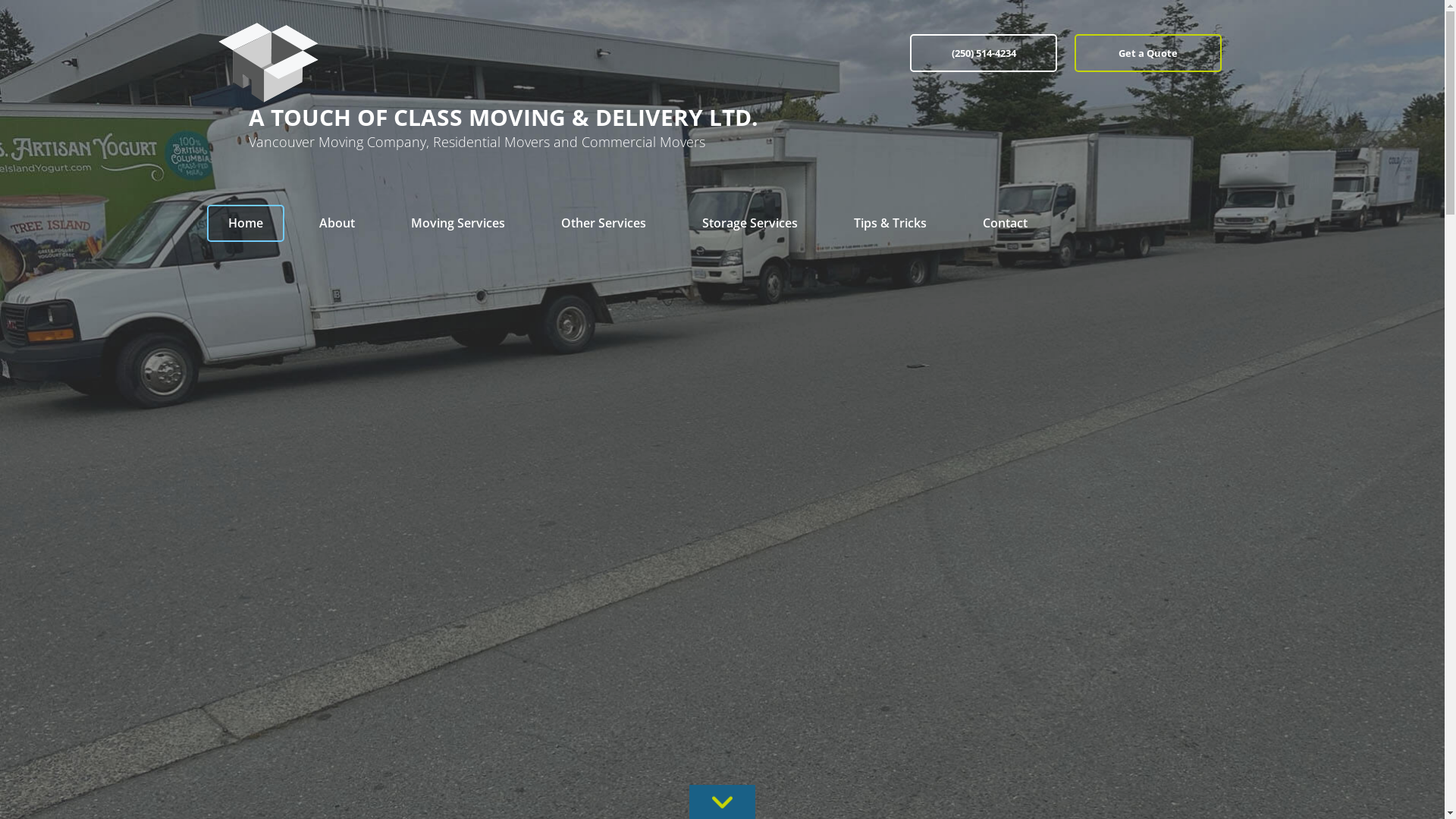  I want to click on 'About', so click(335, 223).